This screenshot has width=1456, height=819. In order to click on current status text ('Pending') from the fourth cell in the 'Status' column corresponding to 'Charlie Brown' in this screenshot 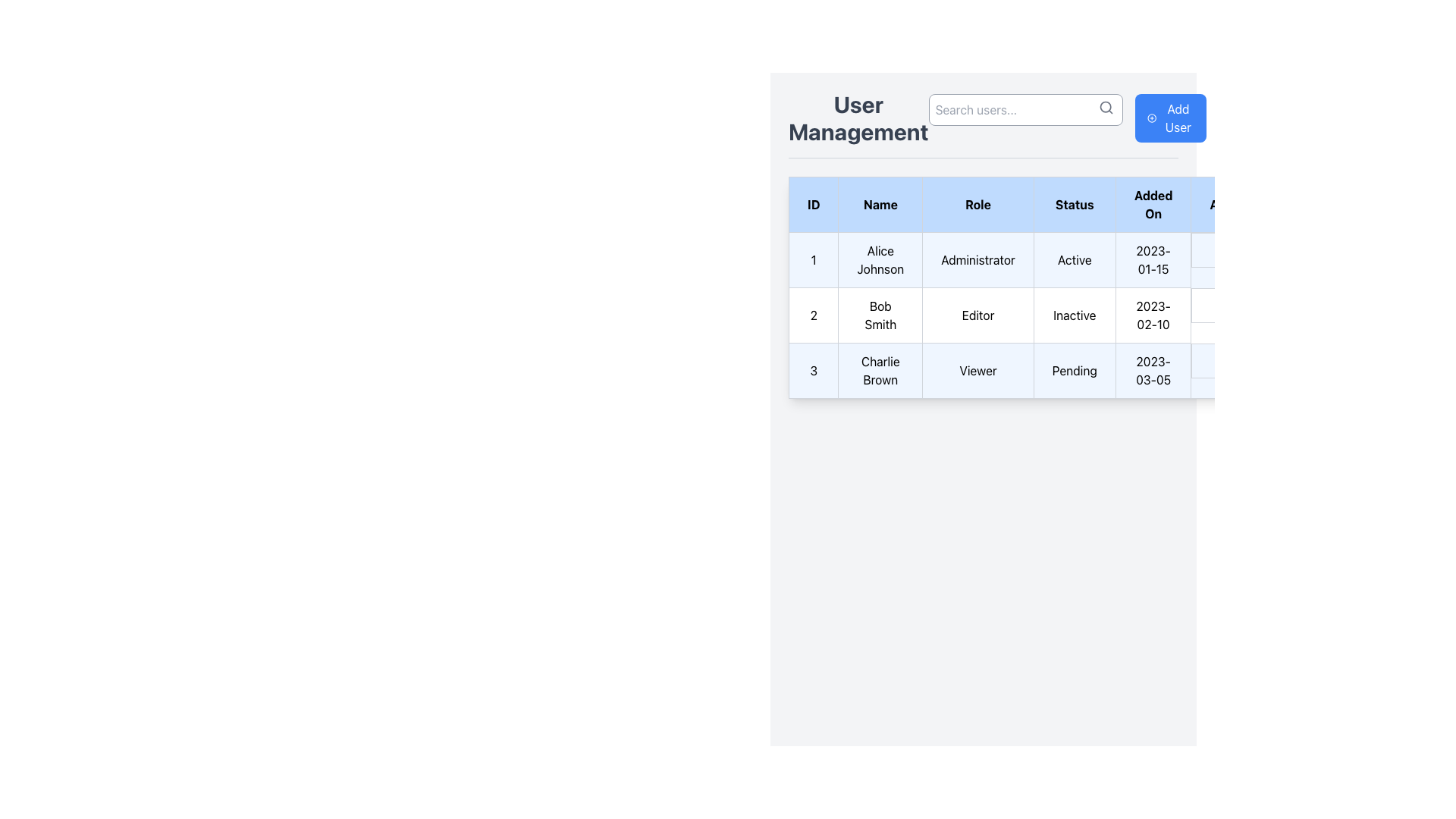, I will do `click(1074, 371)`.